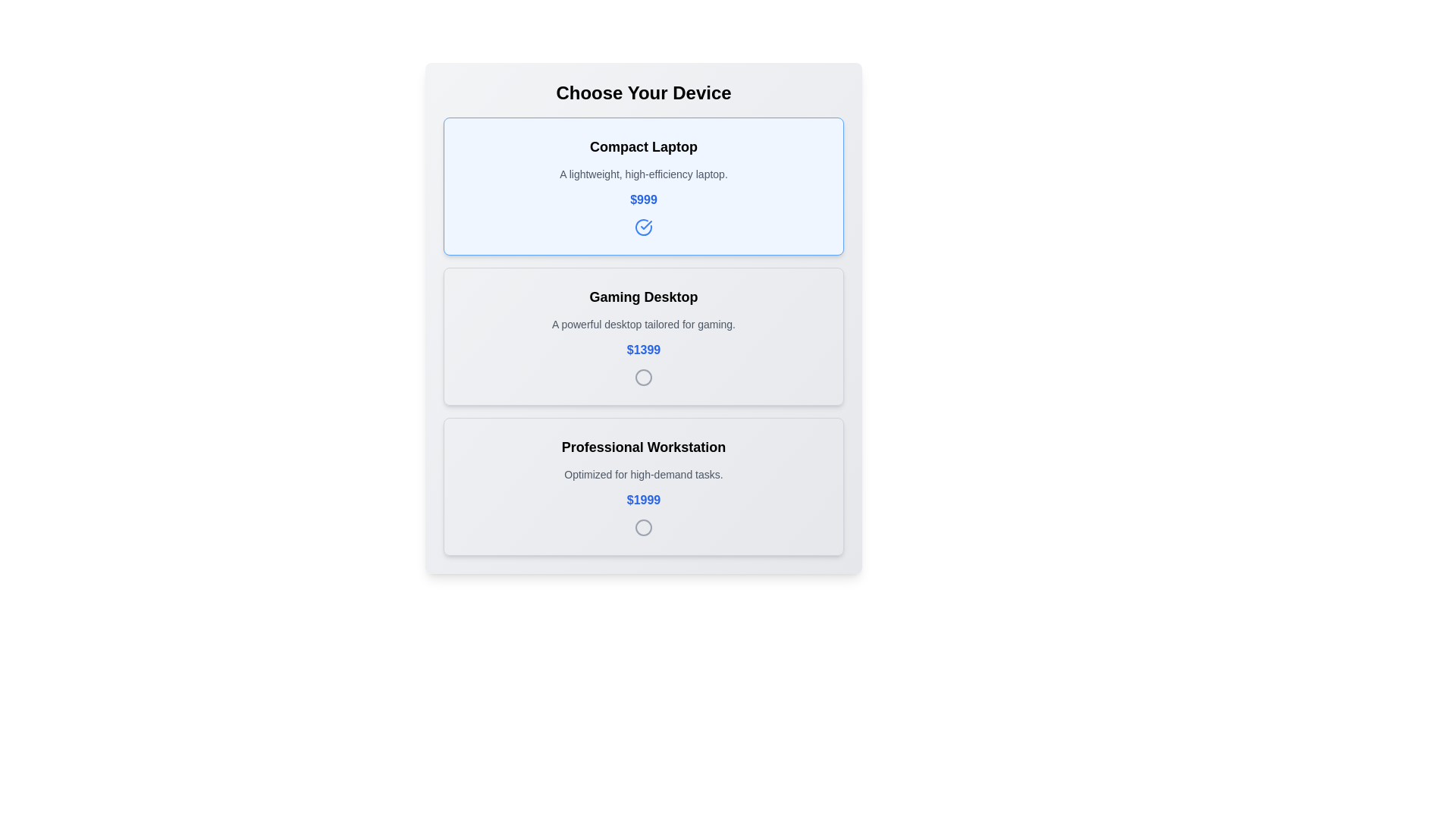 The image size is (1456, 819). I want to click on the second radio button in the vertical stack of the 'Gaming Desktop' card, so click(644, 376).